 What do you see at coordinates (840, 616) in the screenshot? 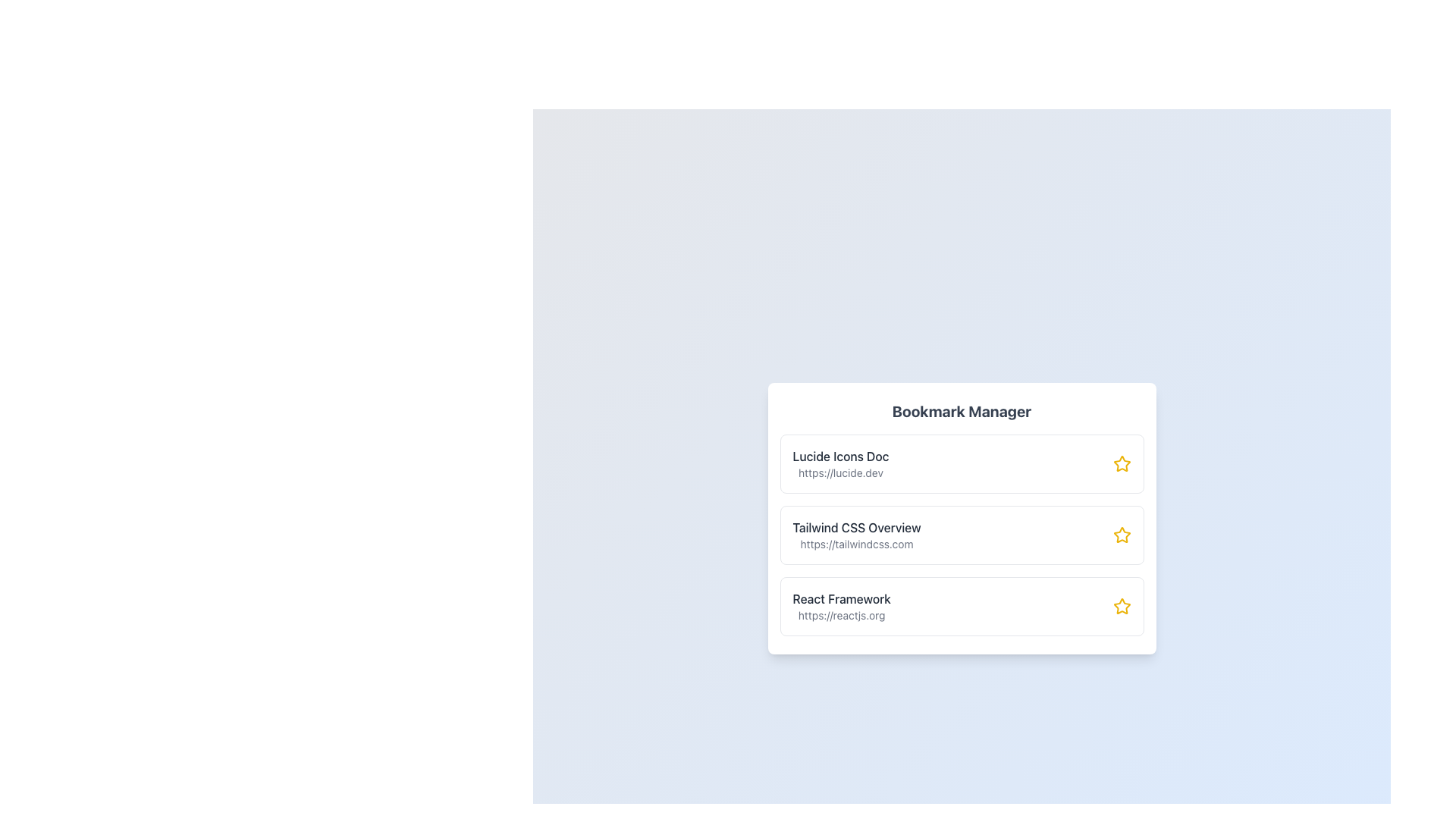
I see `the hyperlink` at bounding box center [840, 616].